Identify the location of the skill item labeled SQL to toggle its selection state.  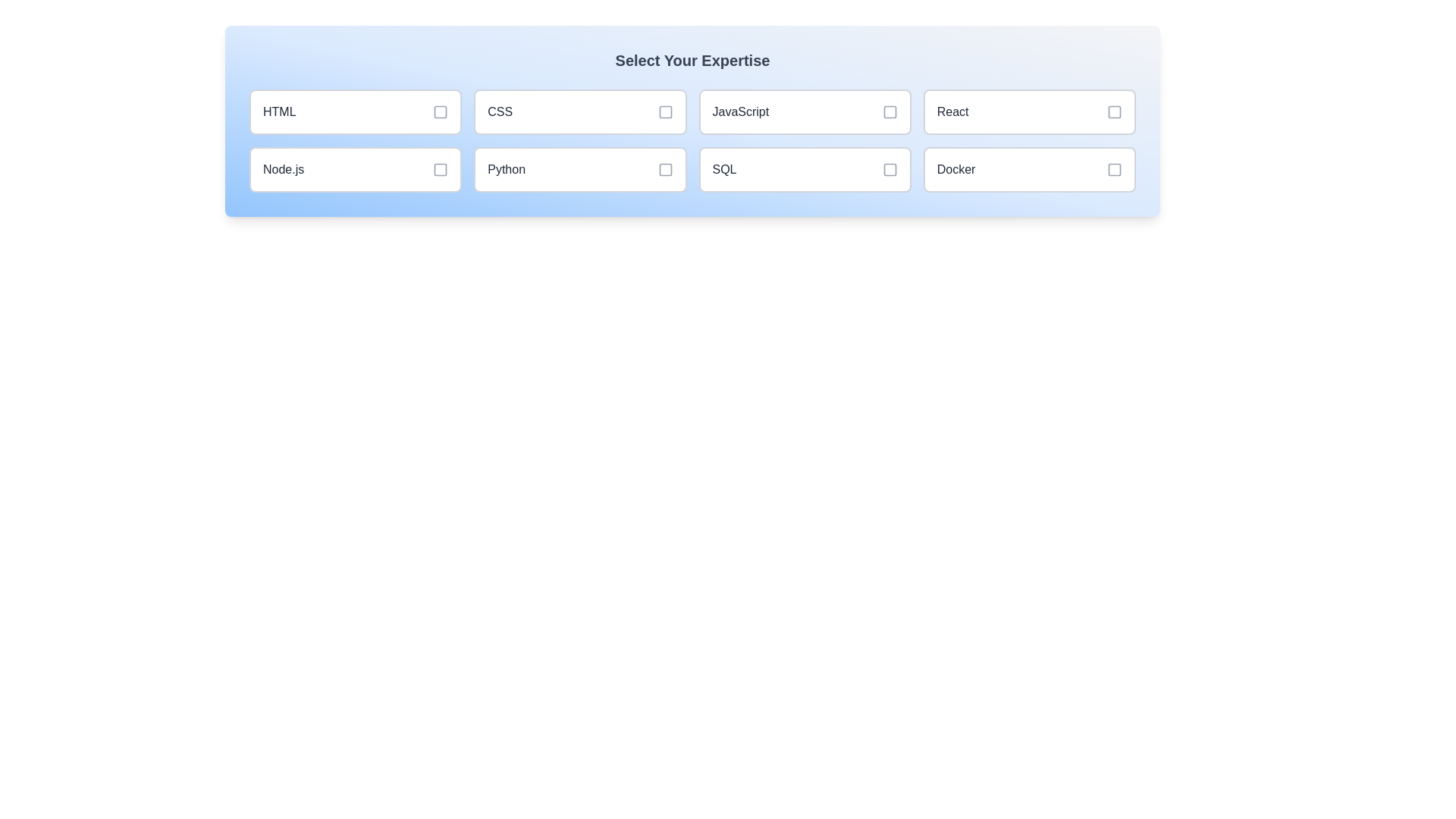
(803, 169).